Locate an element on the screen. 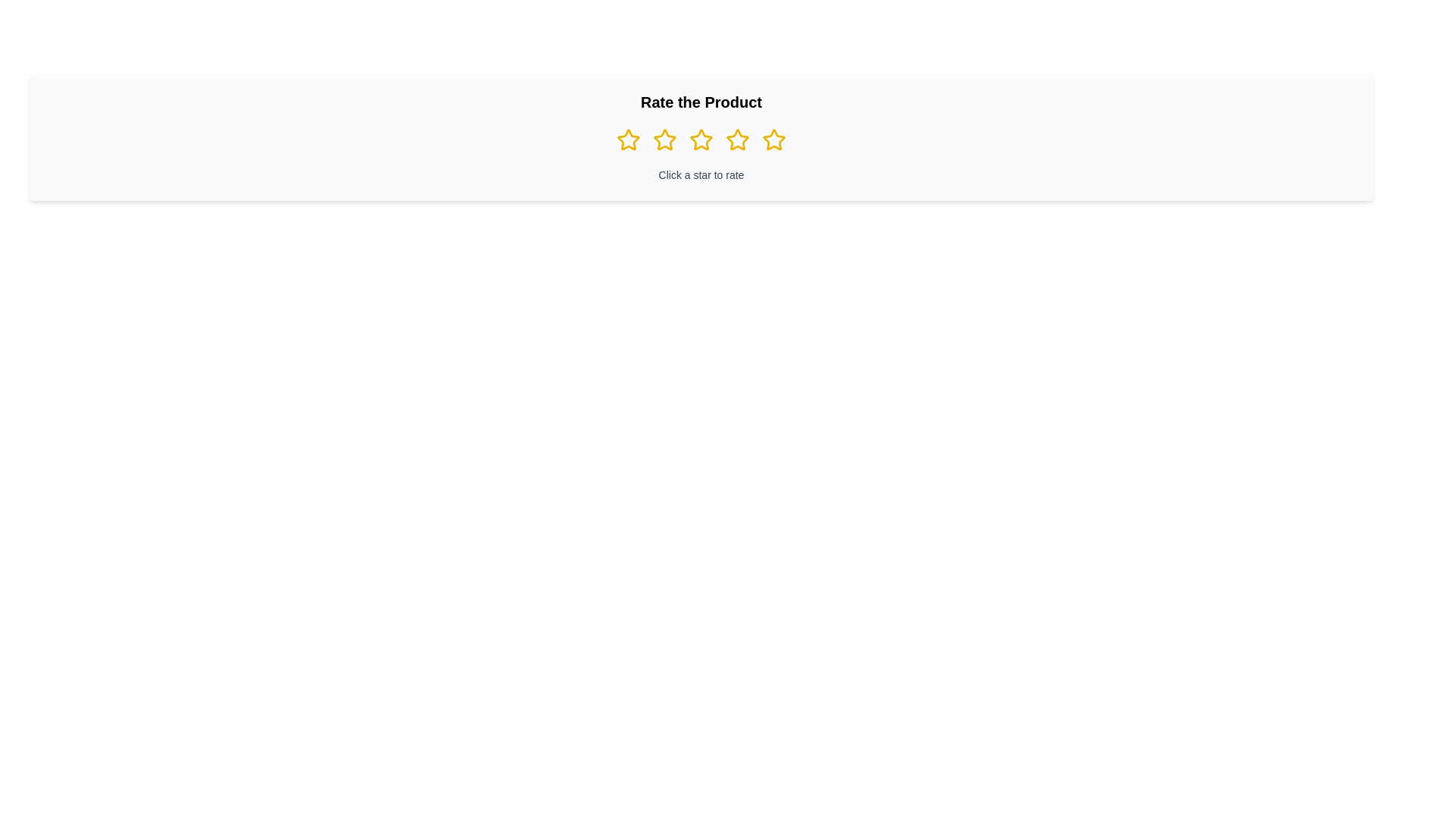 This screenshot has height=819, width=1456. the one-star rating icon located just below the 'Rate the Product' text is located at coordinates (629, 140).